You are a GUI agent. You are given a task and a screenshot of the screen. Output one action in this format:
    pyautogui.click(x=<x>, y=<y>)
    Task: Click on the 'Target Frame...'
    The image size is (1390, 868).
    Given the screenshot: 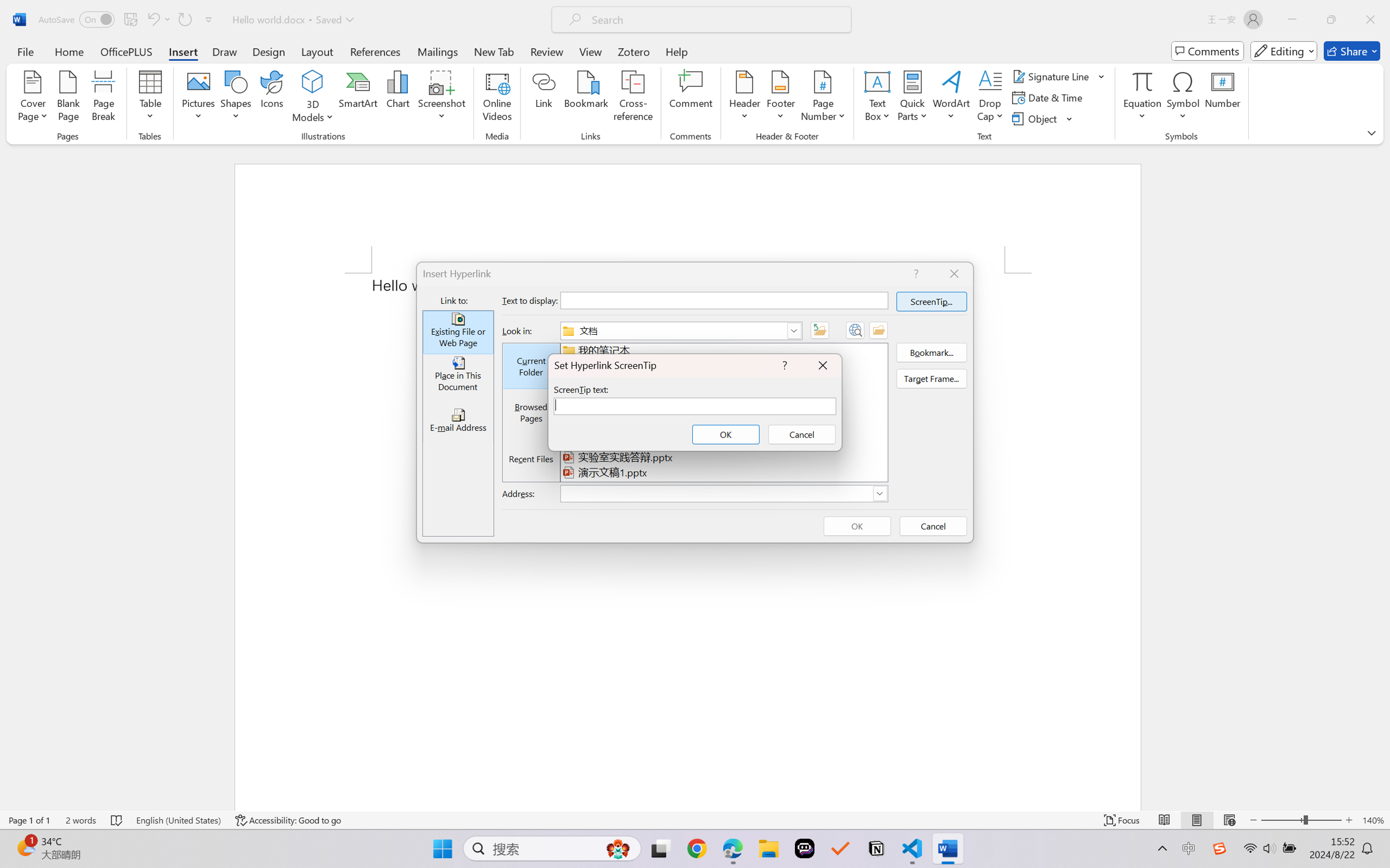 What is the action you would take?
    pyautogui.click(x=931, y=378)
    